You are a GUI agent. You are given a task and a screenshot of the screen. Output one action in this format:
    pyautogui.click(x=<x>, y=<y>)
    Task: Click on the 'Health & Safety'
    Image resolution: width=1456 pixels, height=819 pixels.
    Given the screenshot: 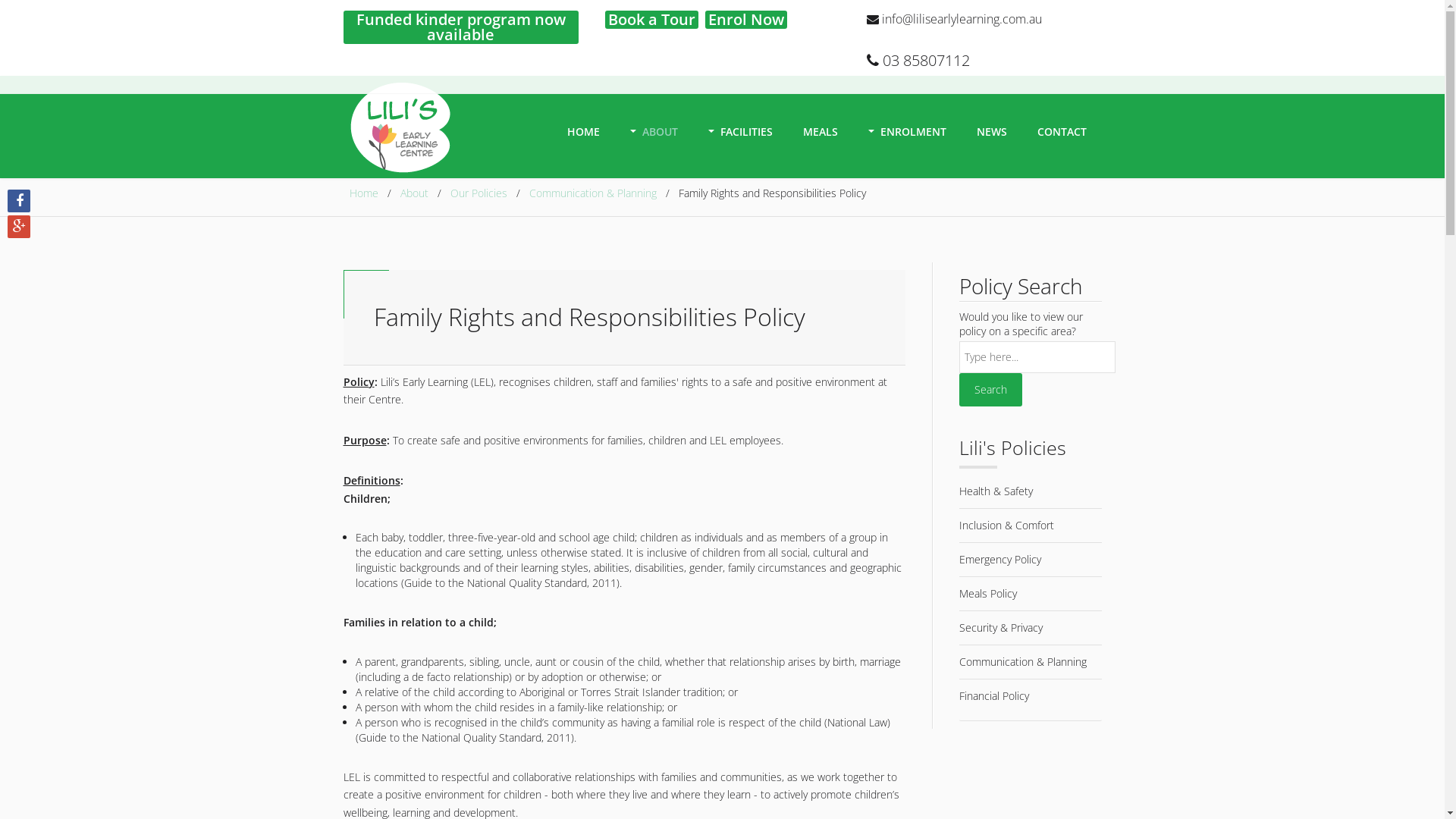 What is the action you would take?
    pyautogui.click(x=996, y=491)
    